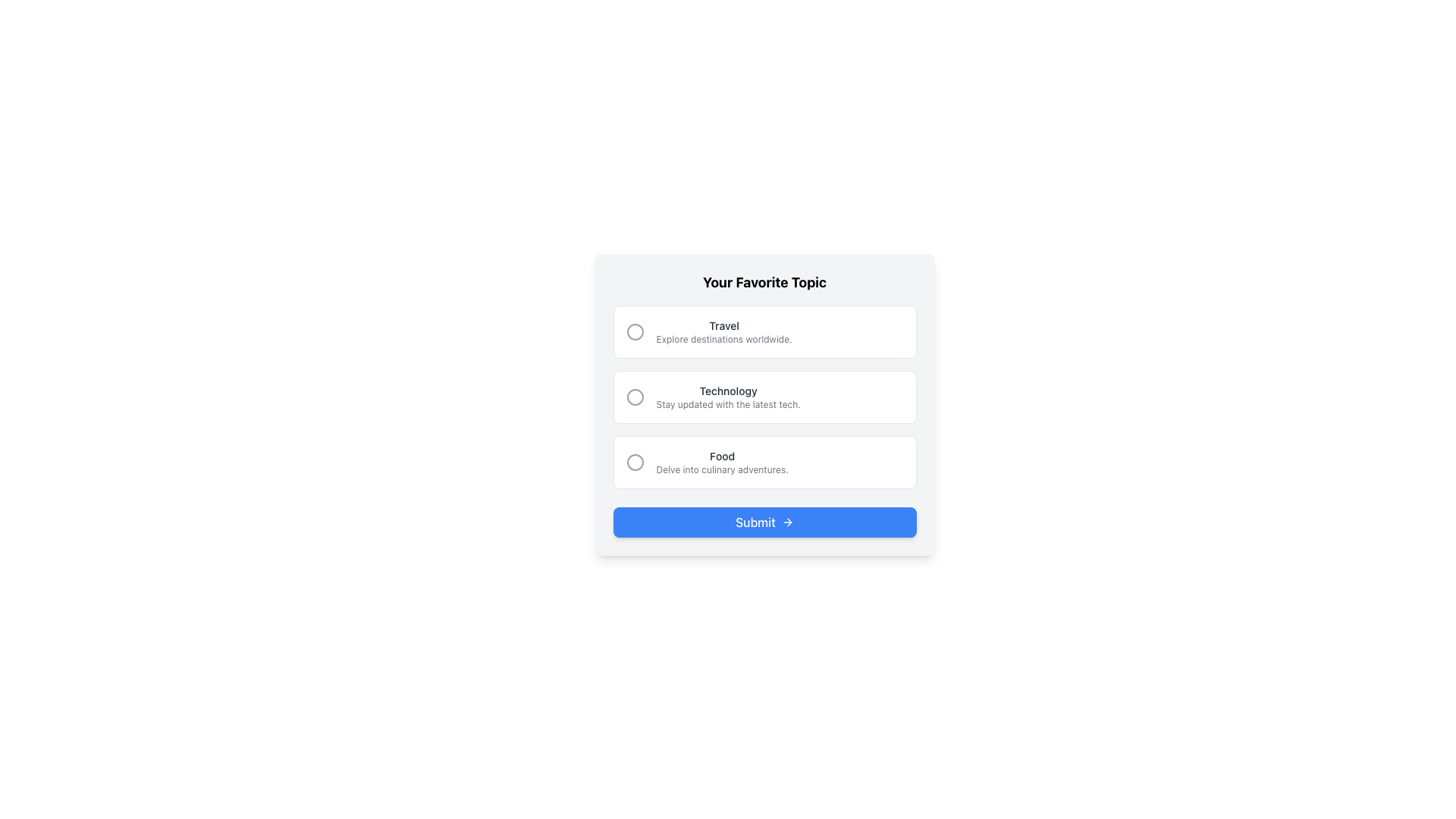 This screenshot has width=1456, height=819. I want to click on the 'Travel' text description element which includes a bold title and a subtitle, located in the first row of the vertical list under 'Your Favorite Topic', so click(723, 331).